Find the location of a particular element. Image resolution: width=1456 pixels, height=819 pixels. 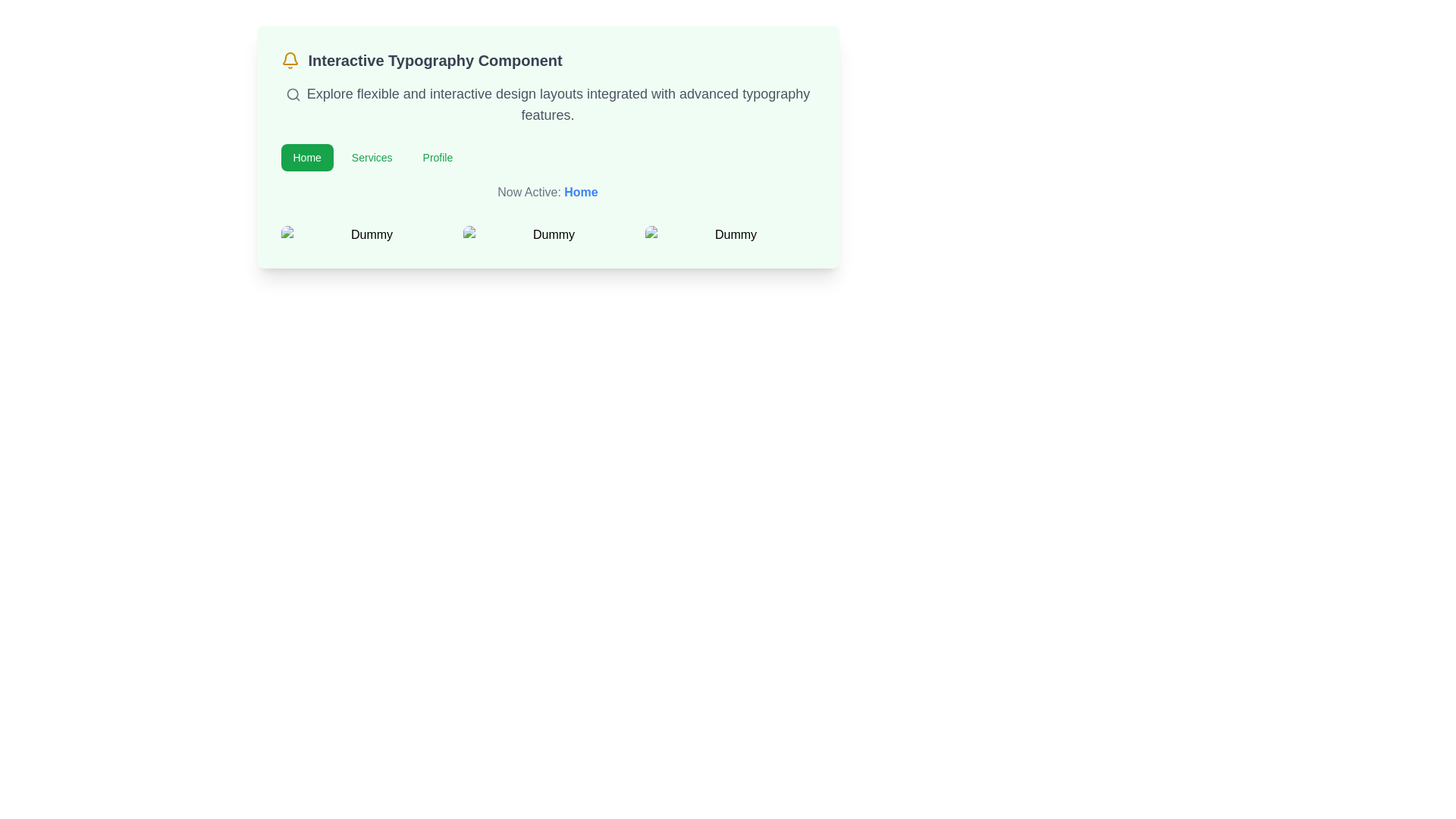

the bold, blue-colored text label reading 'Home' which is part of the phrase 'Now Active: Home'. This element is positioned slightly below the top navigation section, near the center of the interface is located at coordinates (580, 191).